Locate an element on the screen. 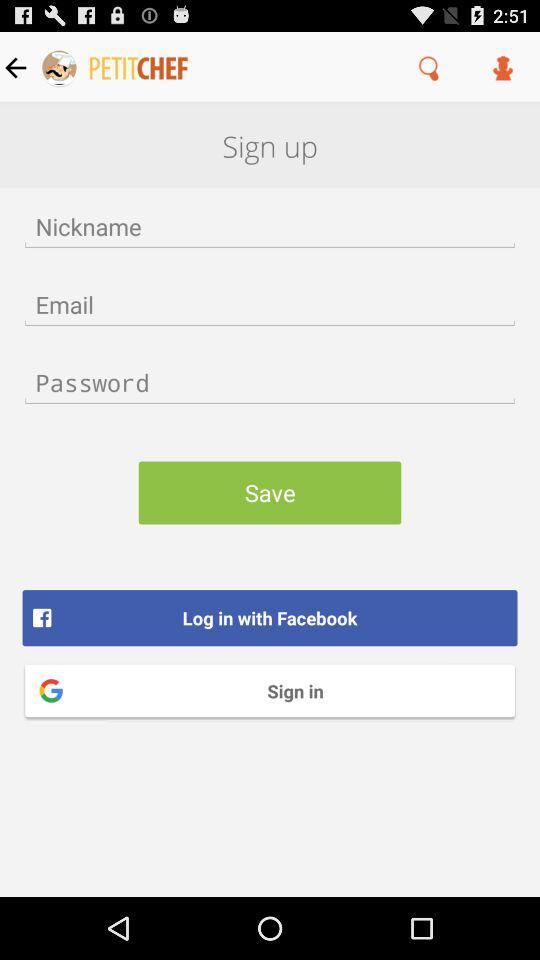 This screenshot has height=960, width=540. password entry field is located at coordinates (270, 381).